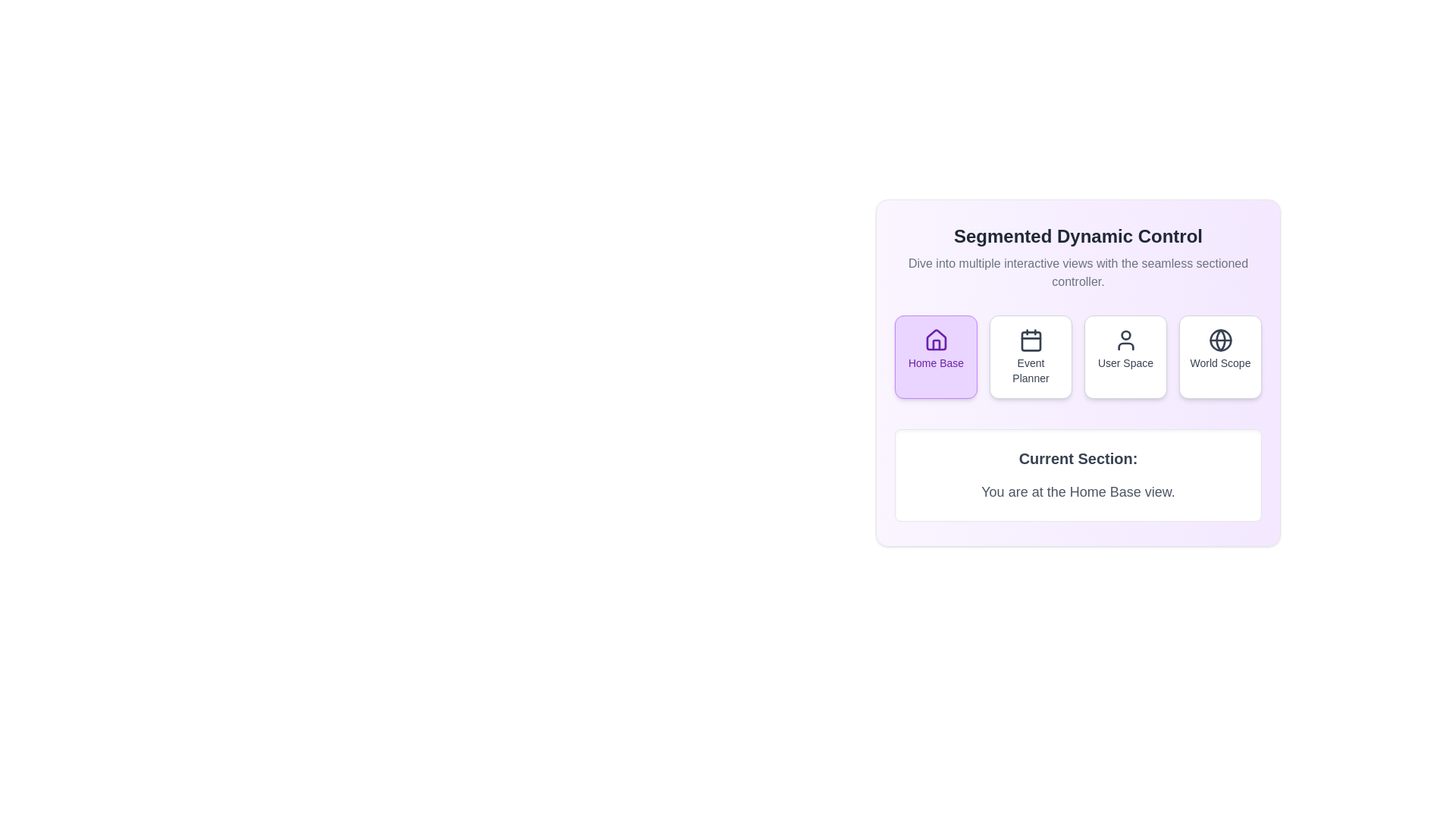  Describe the element at coordinates (1220, 339) in the screenshot. I see `the globe icon located within the 'World Scope' button at the bottom of the 'Segmented Dynamic Control' section` at that location.